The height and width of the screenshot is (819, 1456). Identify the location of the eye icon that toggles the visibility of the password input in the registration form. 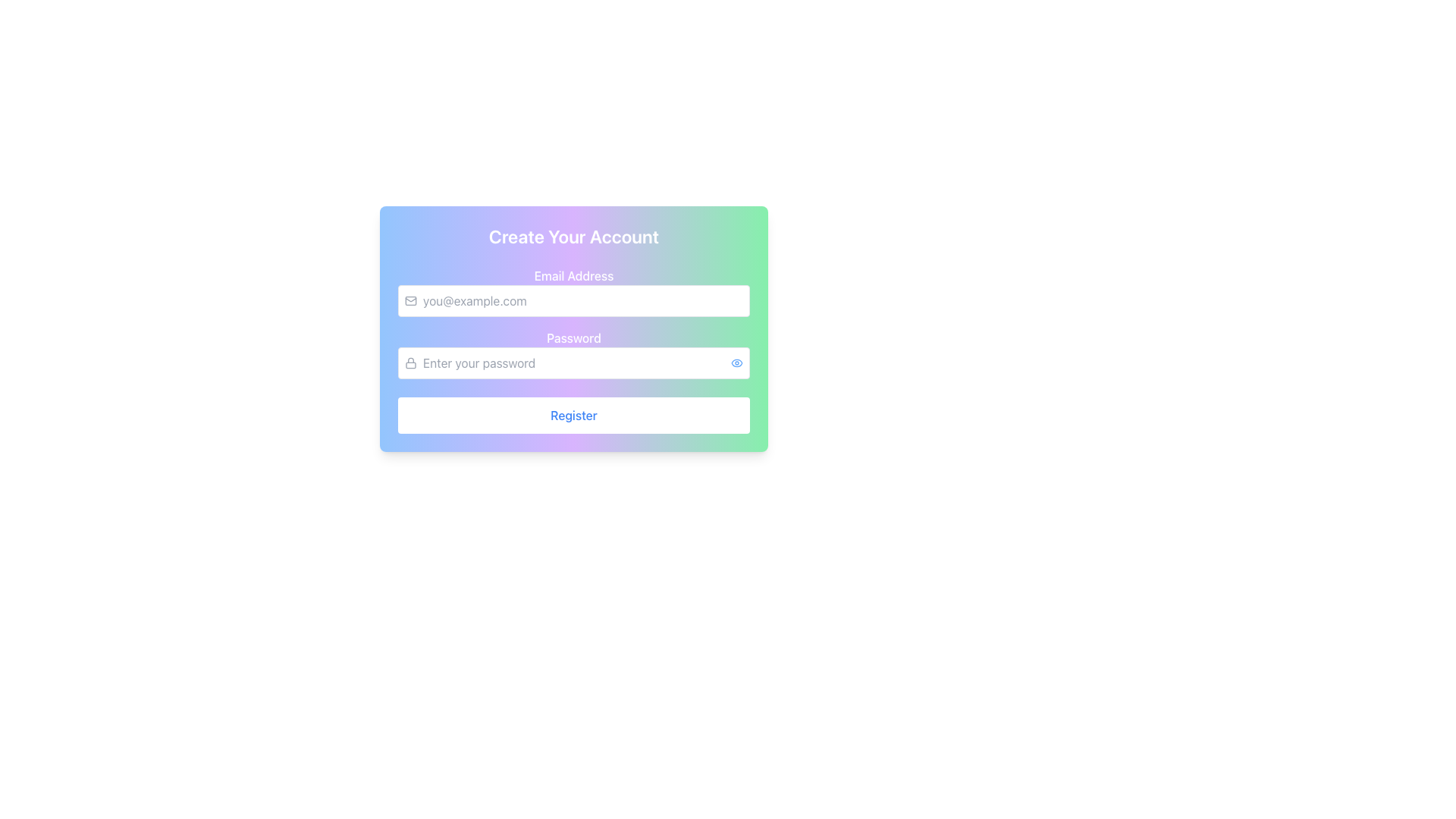
(736, 362).